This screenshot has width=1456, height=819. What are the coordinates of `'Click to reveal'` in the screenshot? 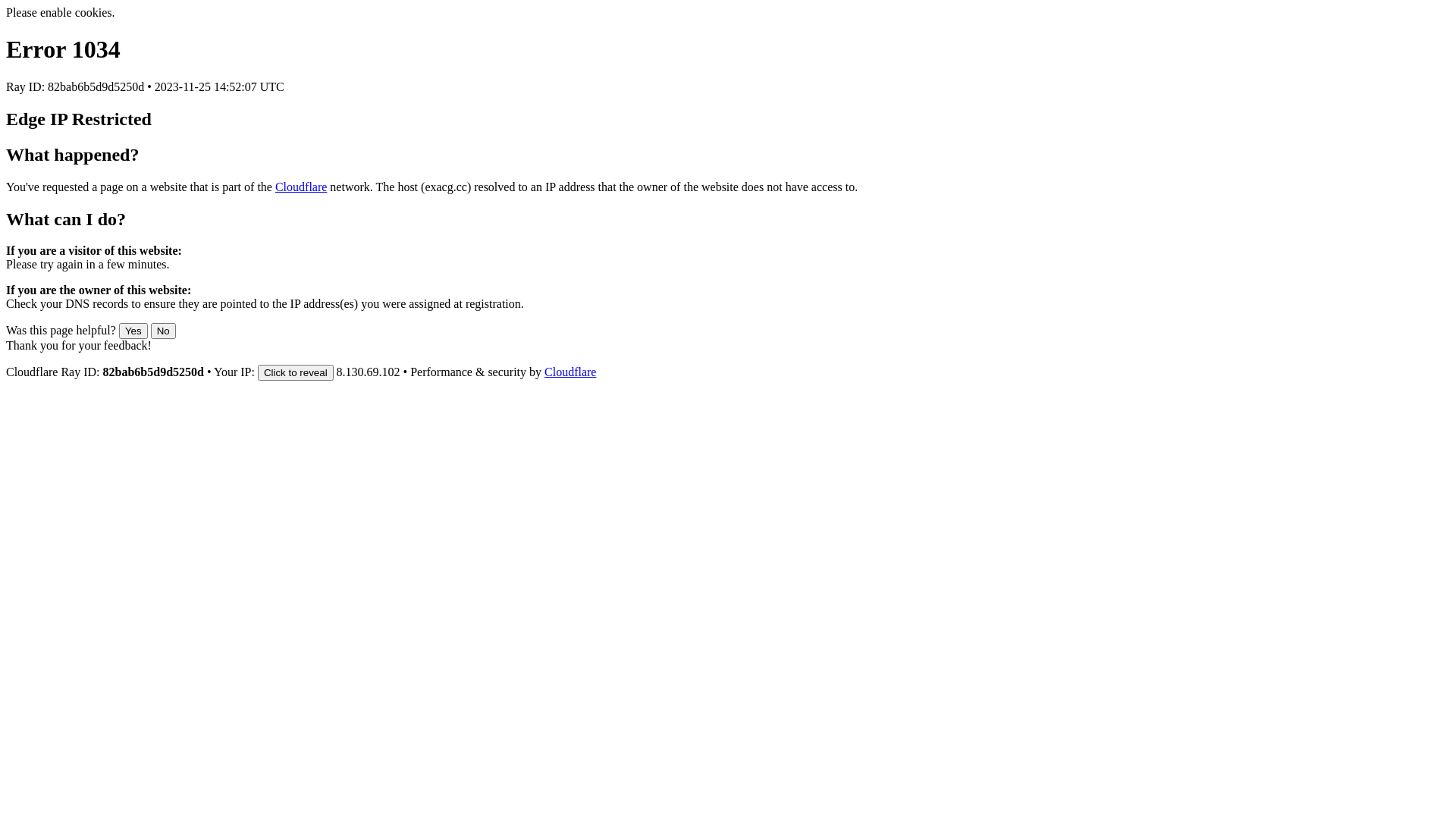 It's located at (295, 372).